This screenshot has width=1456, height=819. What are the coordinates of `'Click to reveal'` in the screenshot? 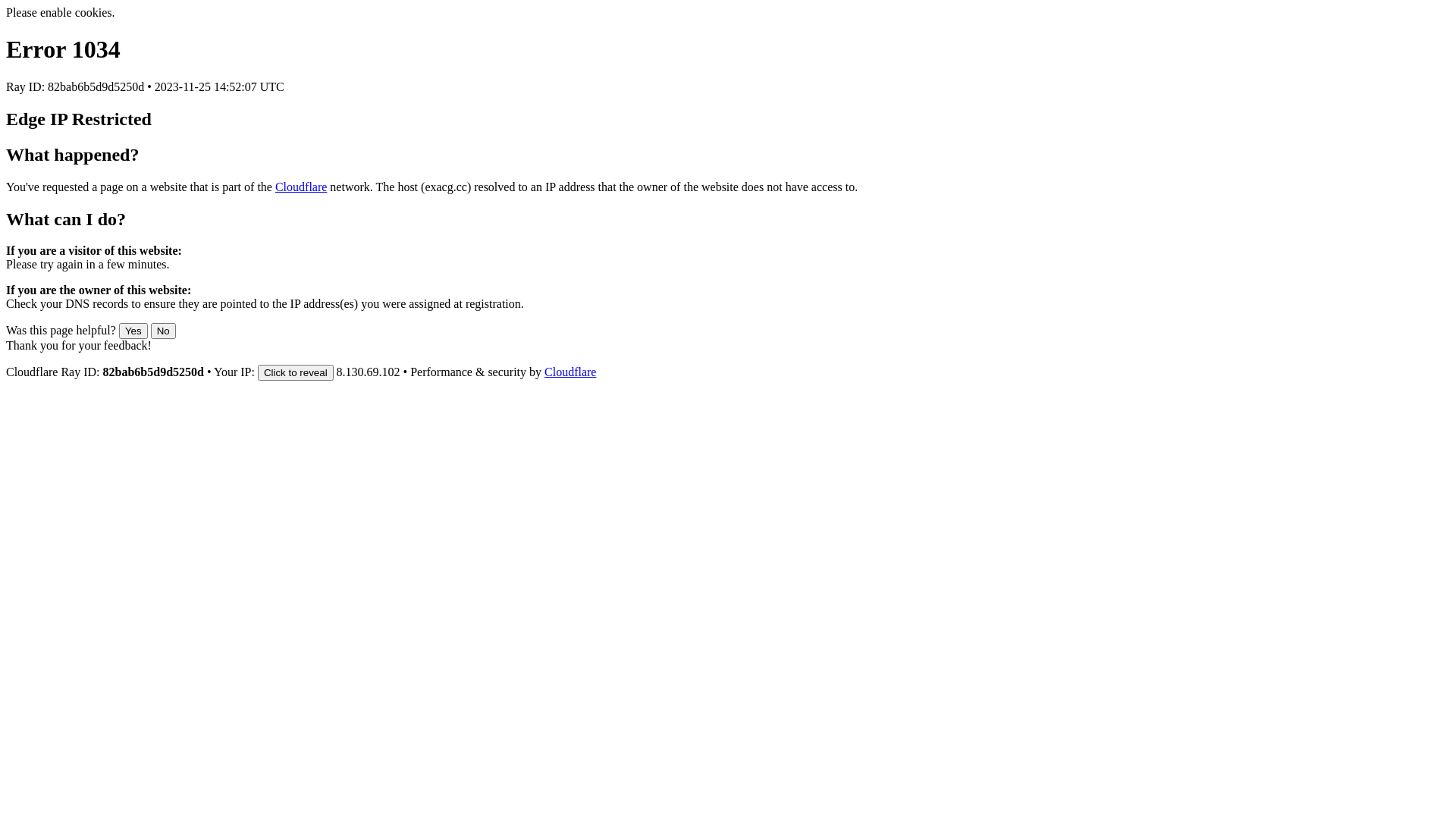 It's located at (295, 372).